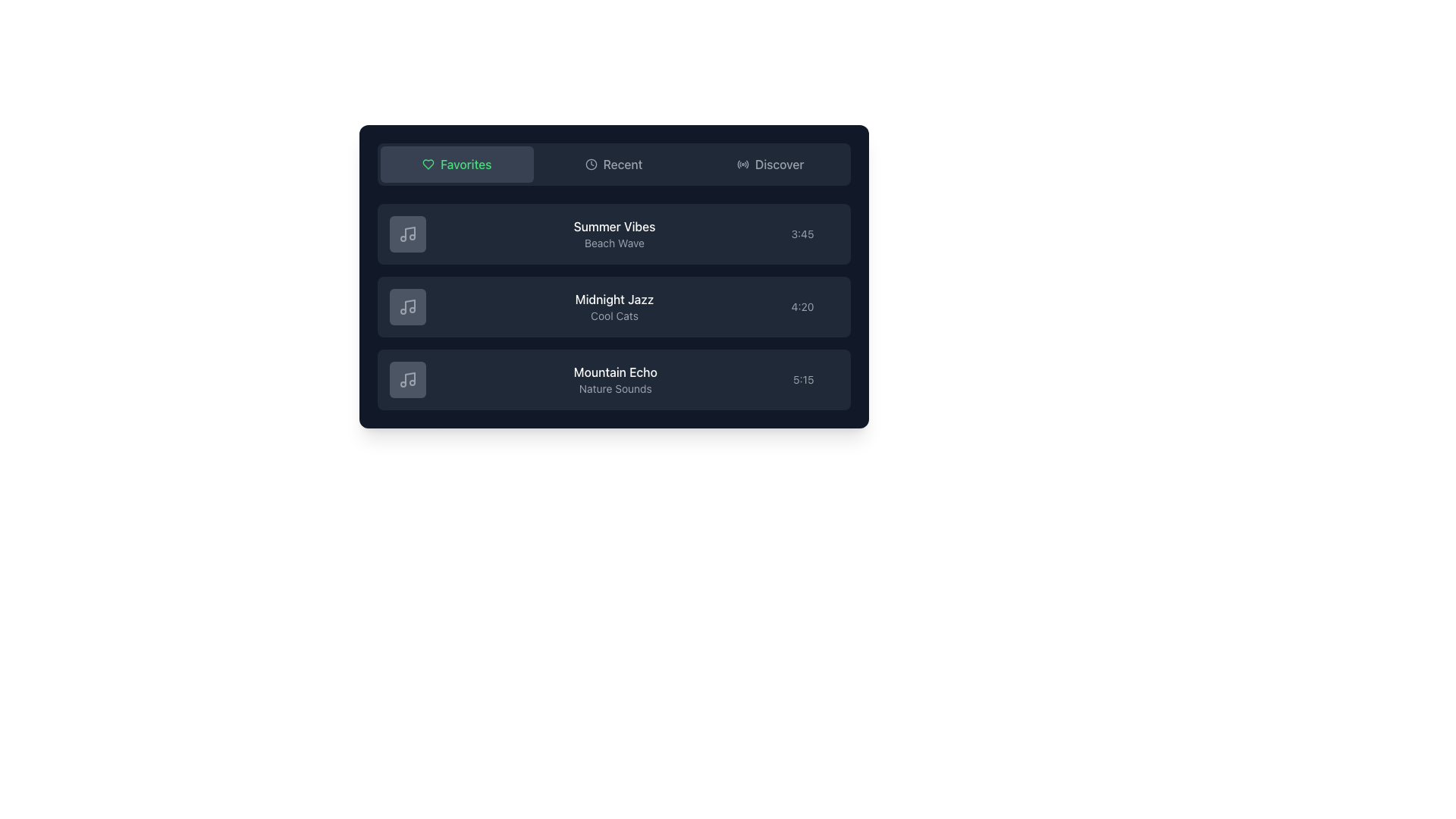 This screenshot has width=1456, height=819. Describe the element at coordinates (407, 379) in the screenshot. I see `the music-related icon located in the third row, to the left of the text 'Mountain Echo'` at that location.